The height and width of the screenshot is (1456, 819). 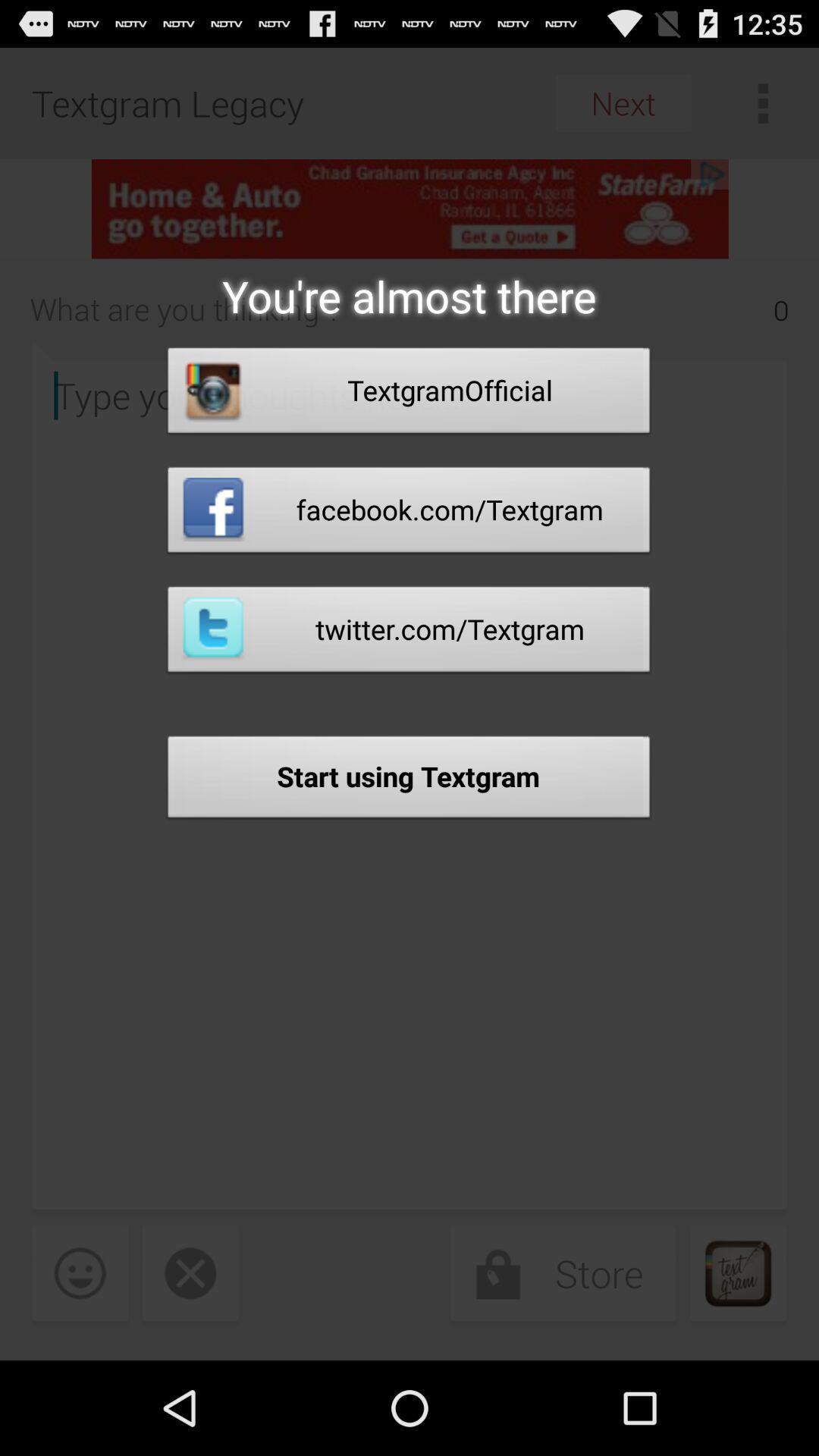 I want to click on item above facebook.com/textgram, so click(x=408, y=394).